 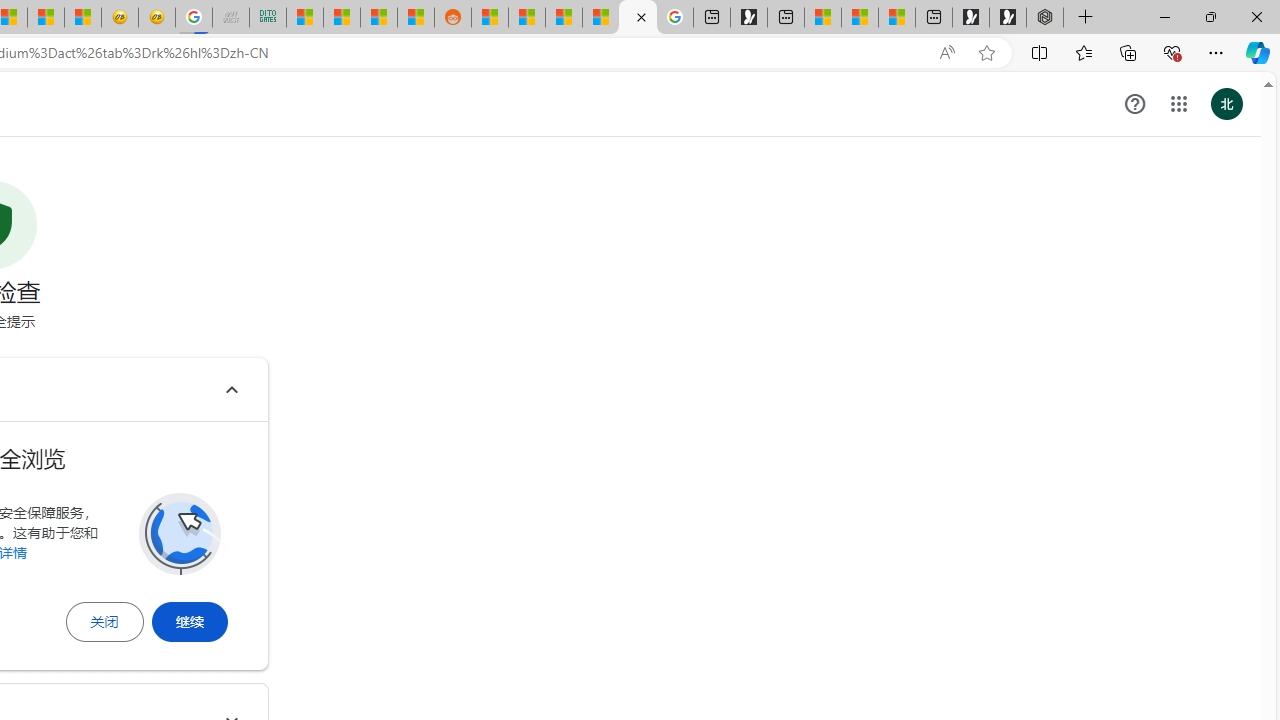 What do you see at coordinates (896, 17) in the screenshot?
I see `'These 3 Stocks Pay You More Than 5% to Own Them'` at bounding box center [896, 17].